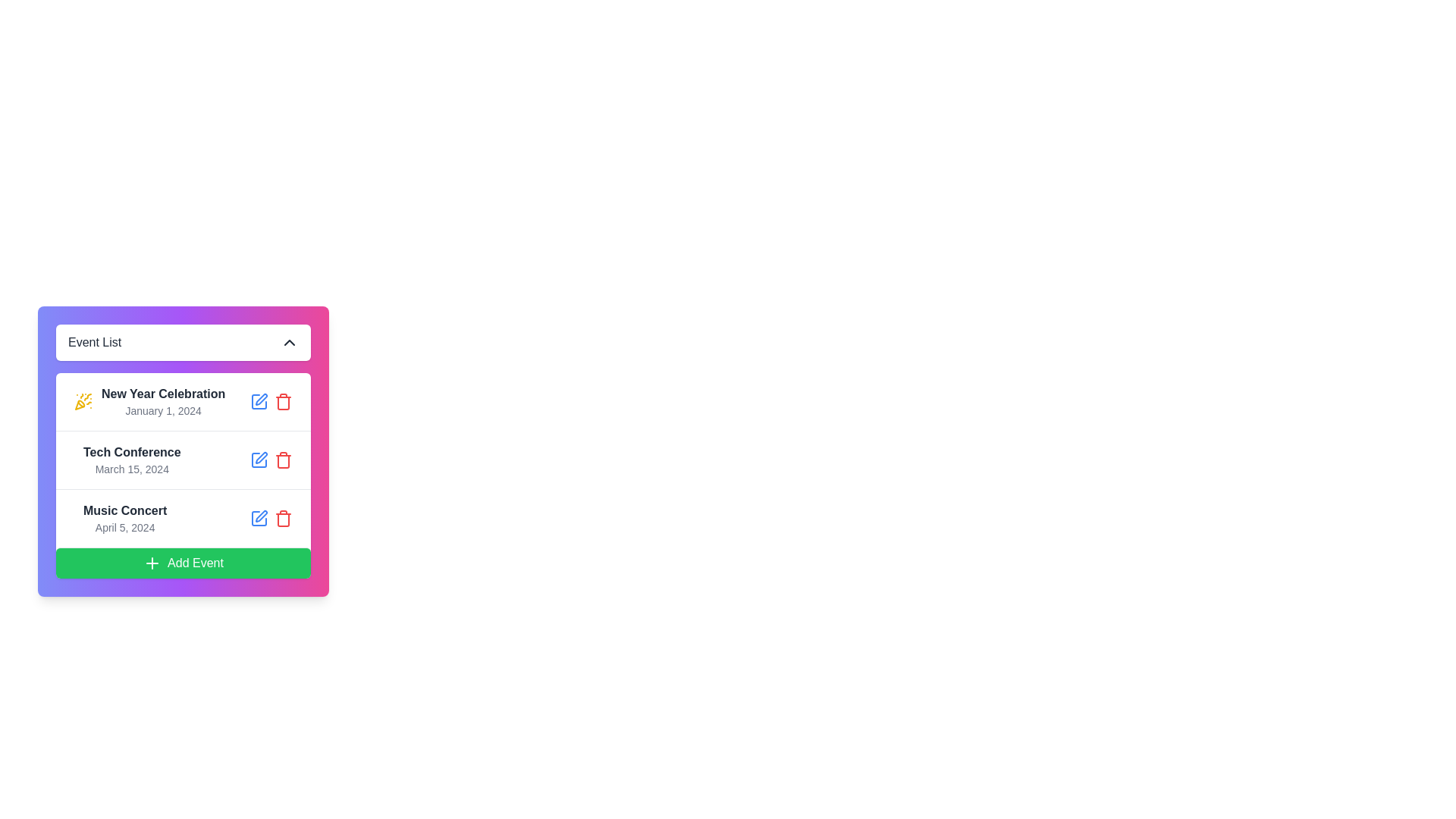  What do you see at coordinates (262, 399) in the screenshot?
I see `the leftmost edit icon located within the 'New Year Celebration' event card` at bounding box center [262, 399].